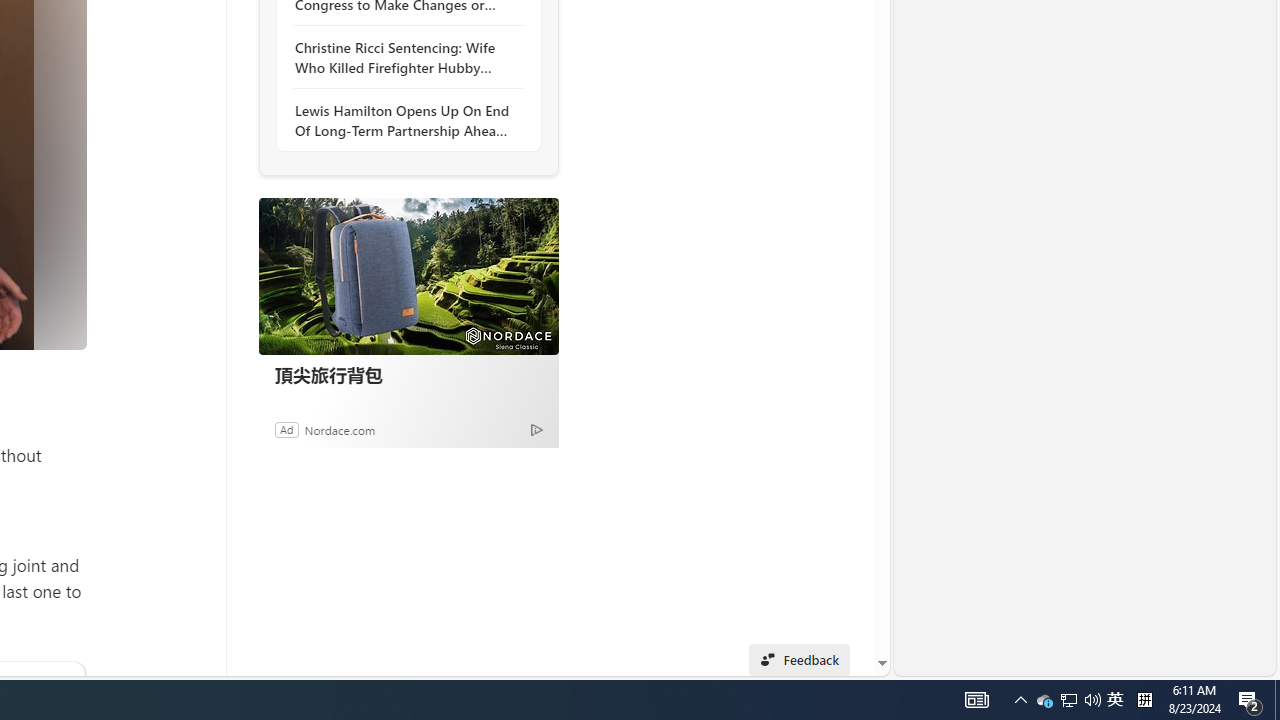 The height and width of the screenshot is (720, 1280). What do you see at coordinates (285, 428) in the screenshot?
I see `'Ad'` at bounding box center [285, 428].